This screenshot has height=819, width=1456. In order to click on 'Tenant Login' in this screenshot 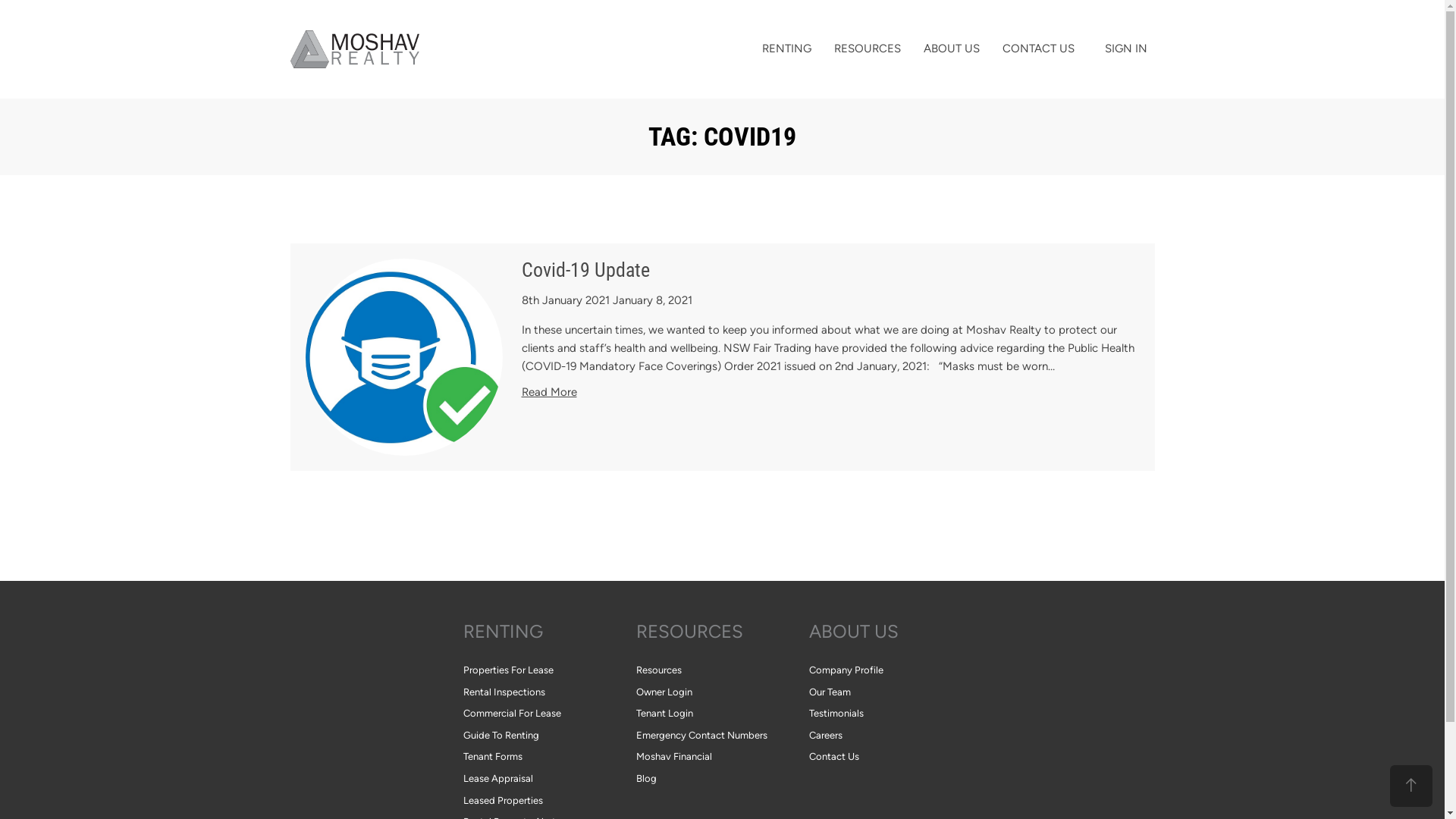, I will do `click(720, 714)`.